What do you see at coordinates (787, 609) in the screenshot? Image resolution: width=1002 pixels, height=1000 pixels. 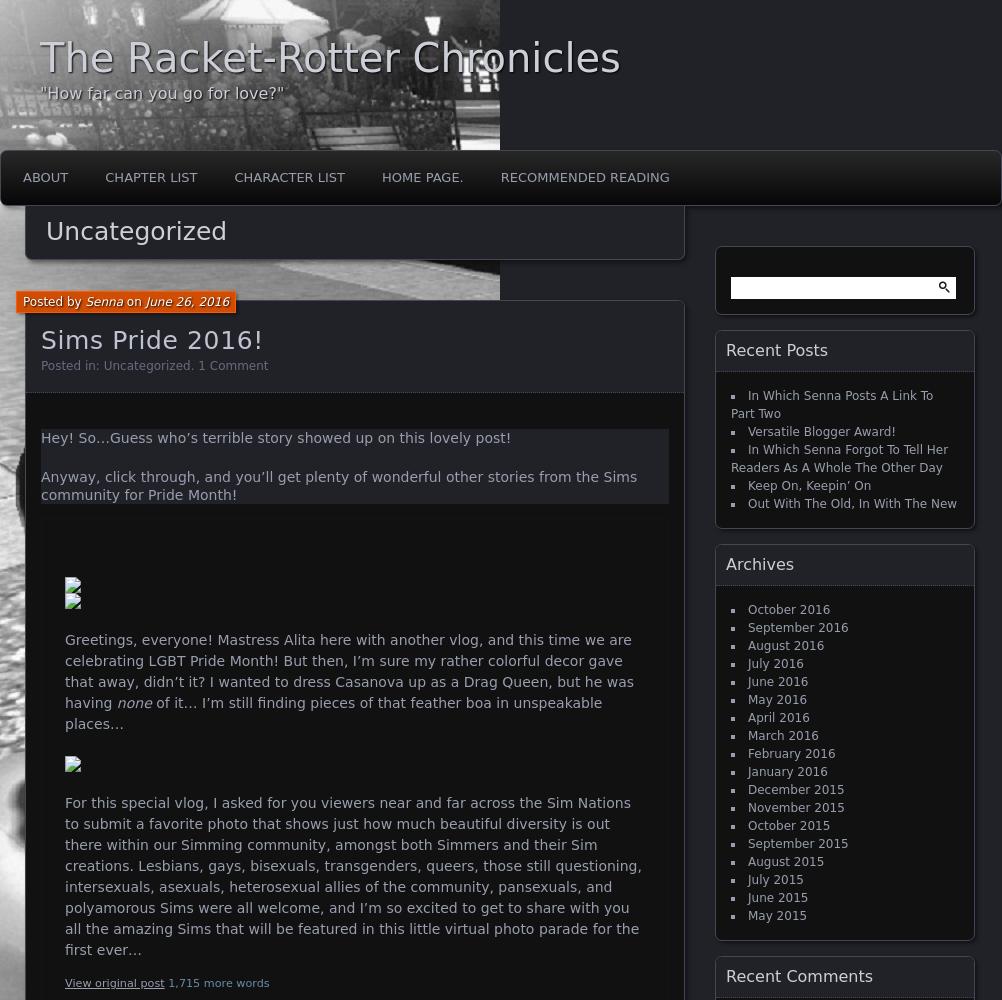 I see `'October 2016'` at bounding box center [787, 609].